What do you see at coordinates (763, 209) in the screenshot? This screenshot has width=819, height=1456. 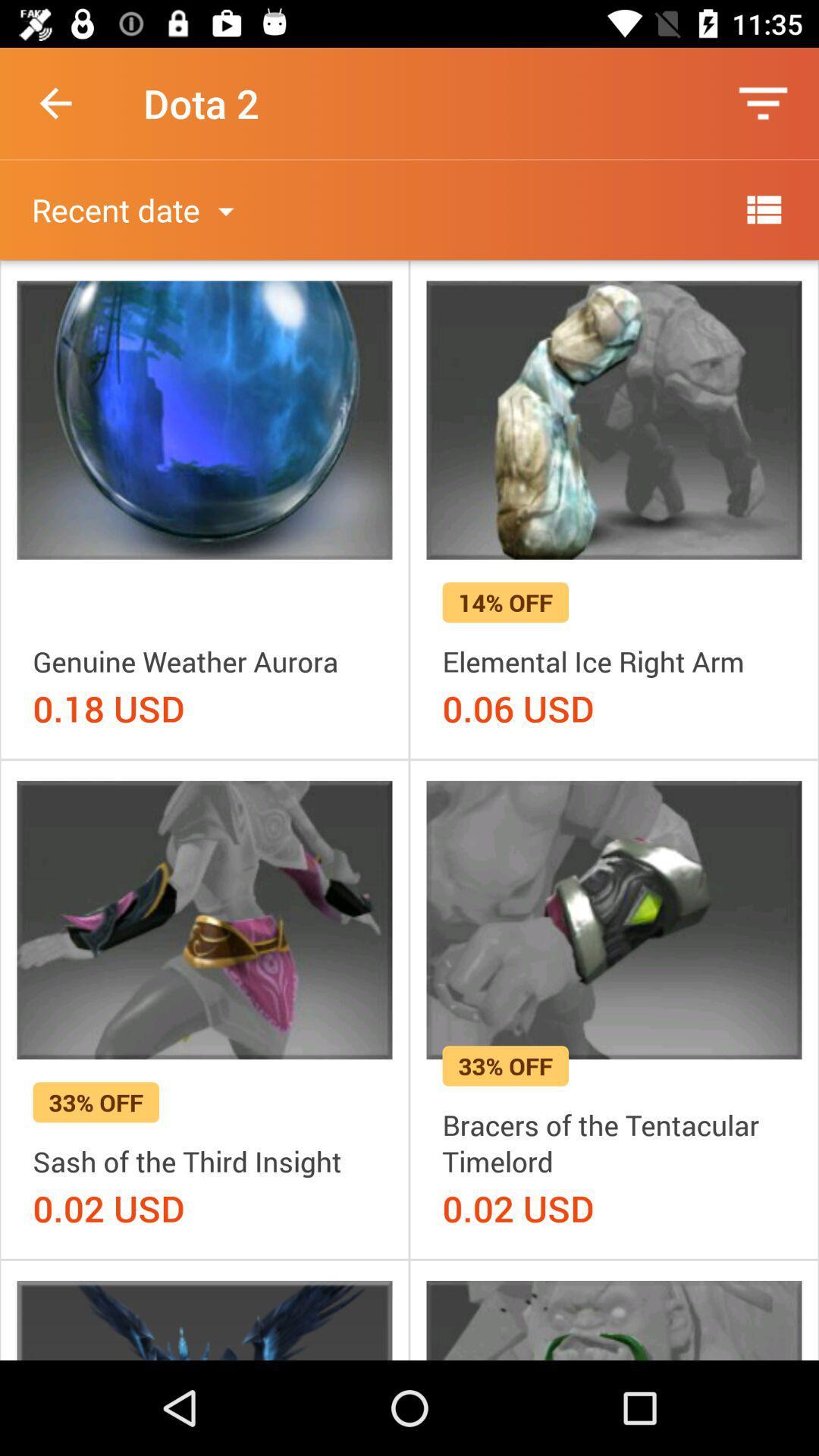 I see `the list icon` at bounding box center [763, 209].